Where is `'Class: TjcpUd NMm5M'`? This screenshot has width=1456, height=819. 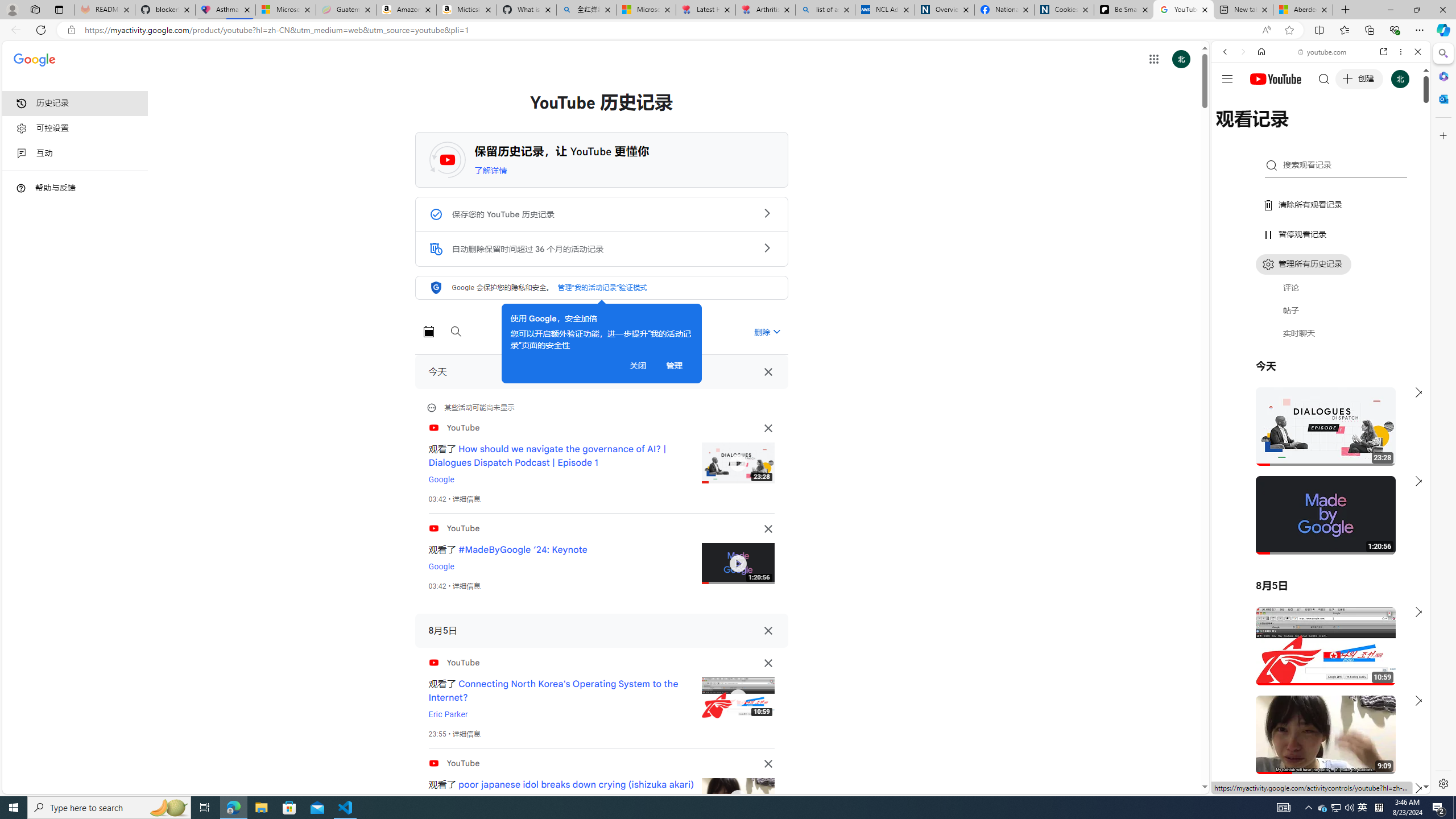
'Class: TjcpUd NMm5M' is located at coordinates (767, 763).